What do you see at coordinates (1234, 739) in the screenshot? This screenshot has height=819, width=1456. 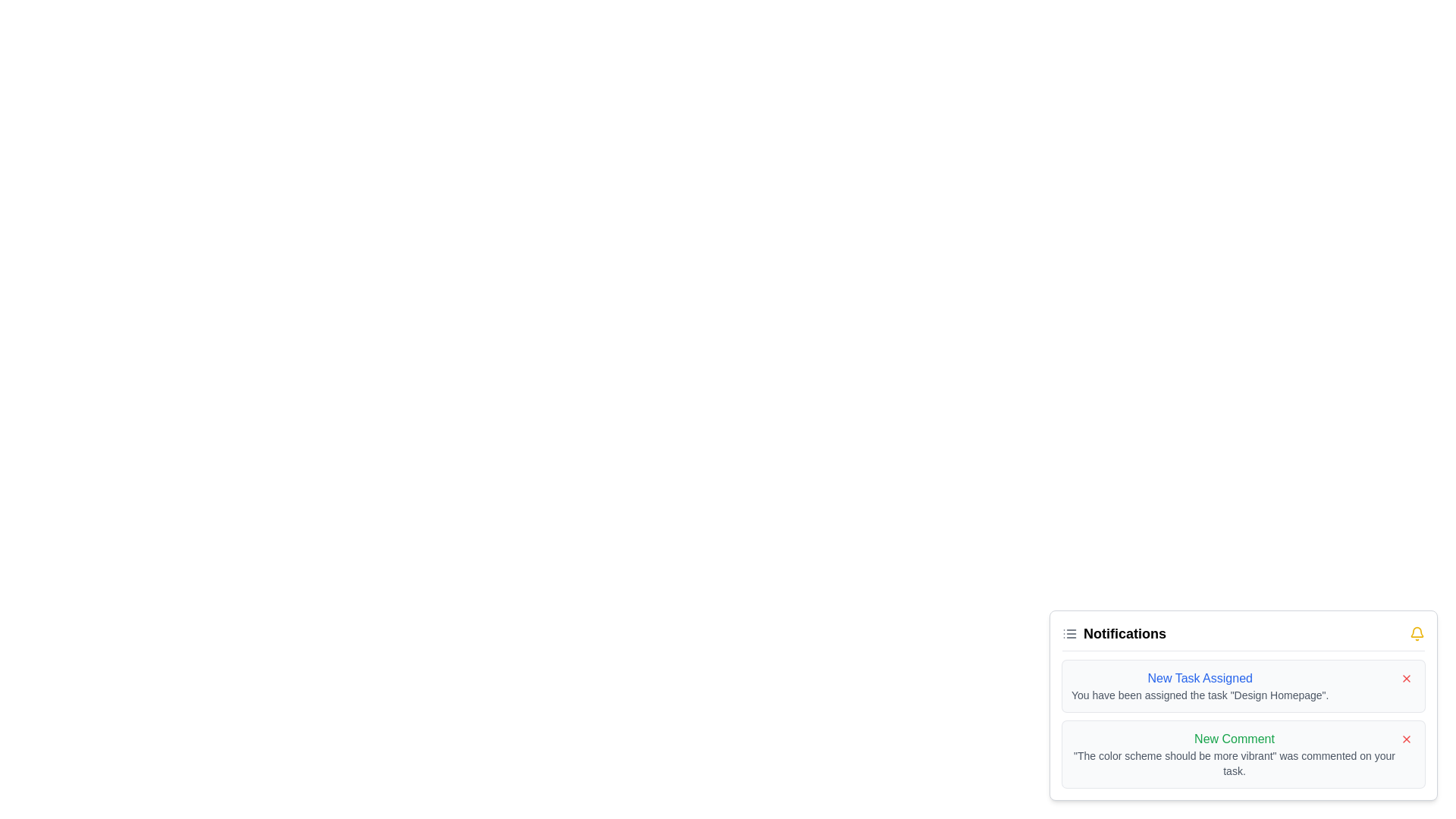 I see `the 'New Comment' text label, which is styled with a medium green font and positioned at the top of a notification box in the bottom-right corner` at bounding box center [1234, 739].